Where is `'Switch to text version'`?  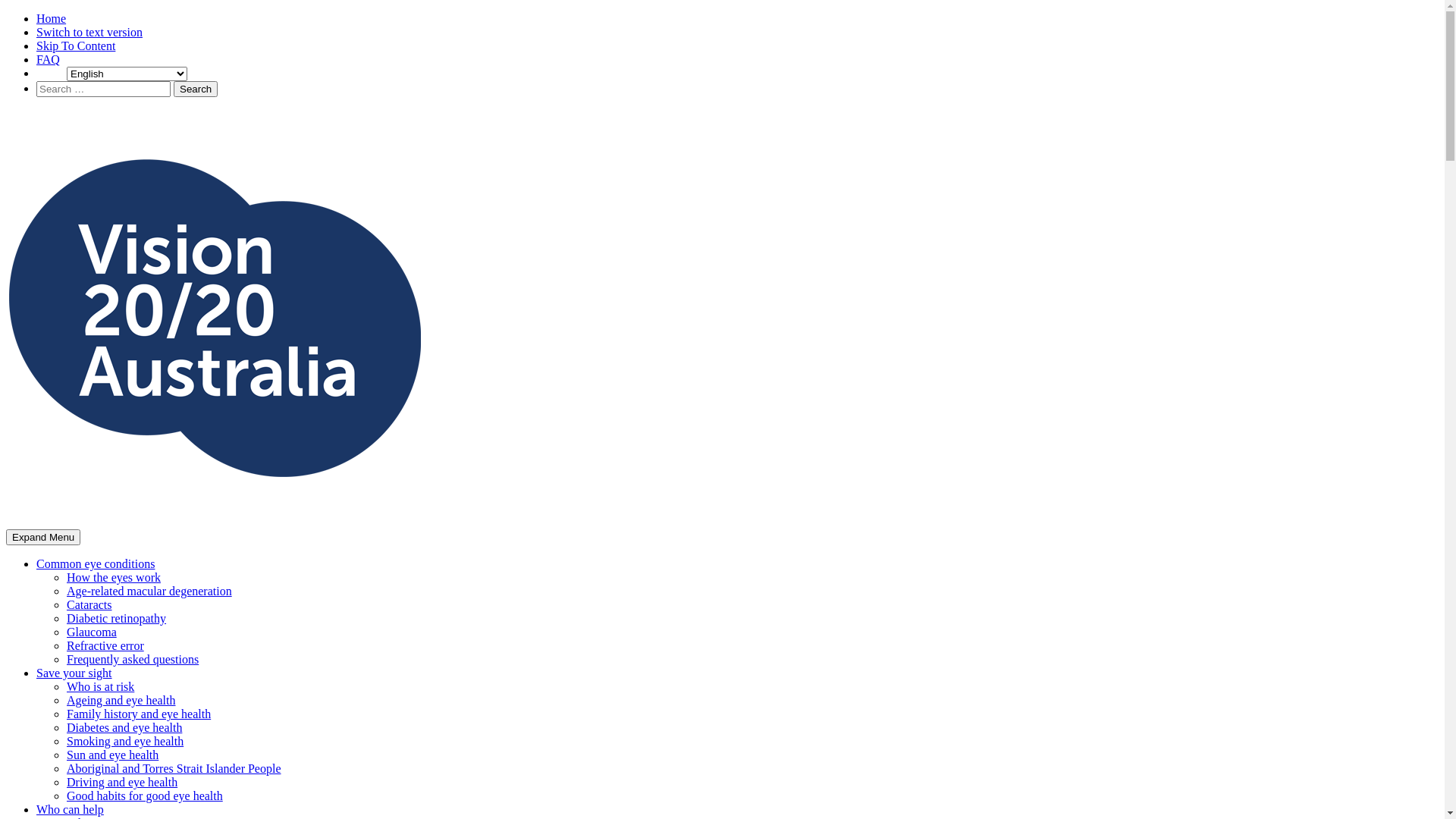 'Switch to text version' is located at coordinates (89, 32).